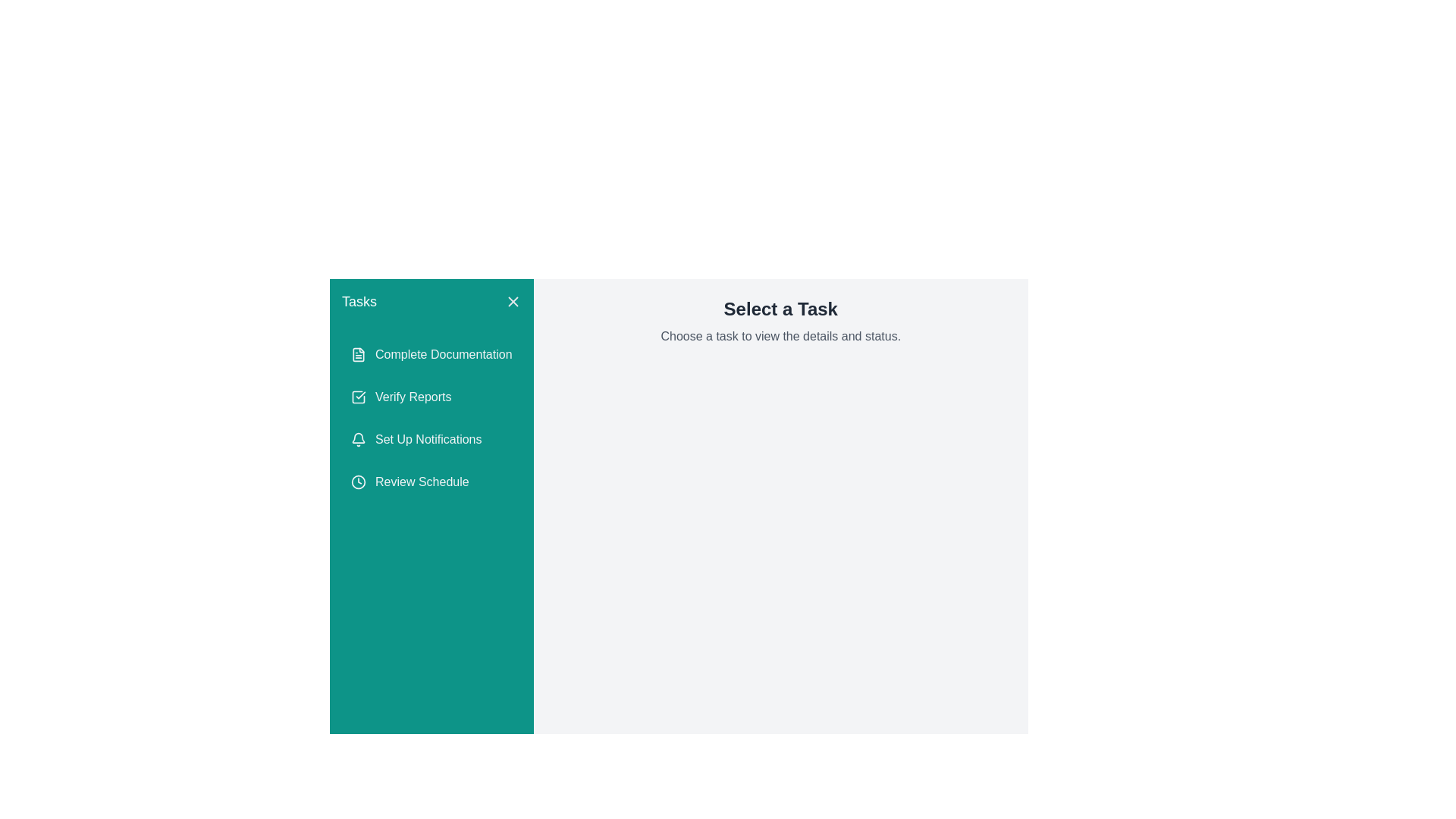  Describe the element at coordinates (431, 439) in the screenshot. I see `the 'Set Up Notifications' button, which is the third item in the vertical list within the teal sidebar, featuring a notification bell icon and white text` at that location.